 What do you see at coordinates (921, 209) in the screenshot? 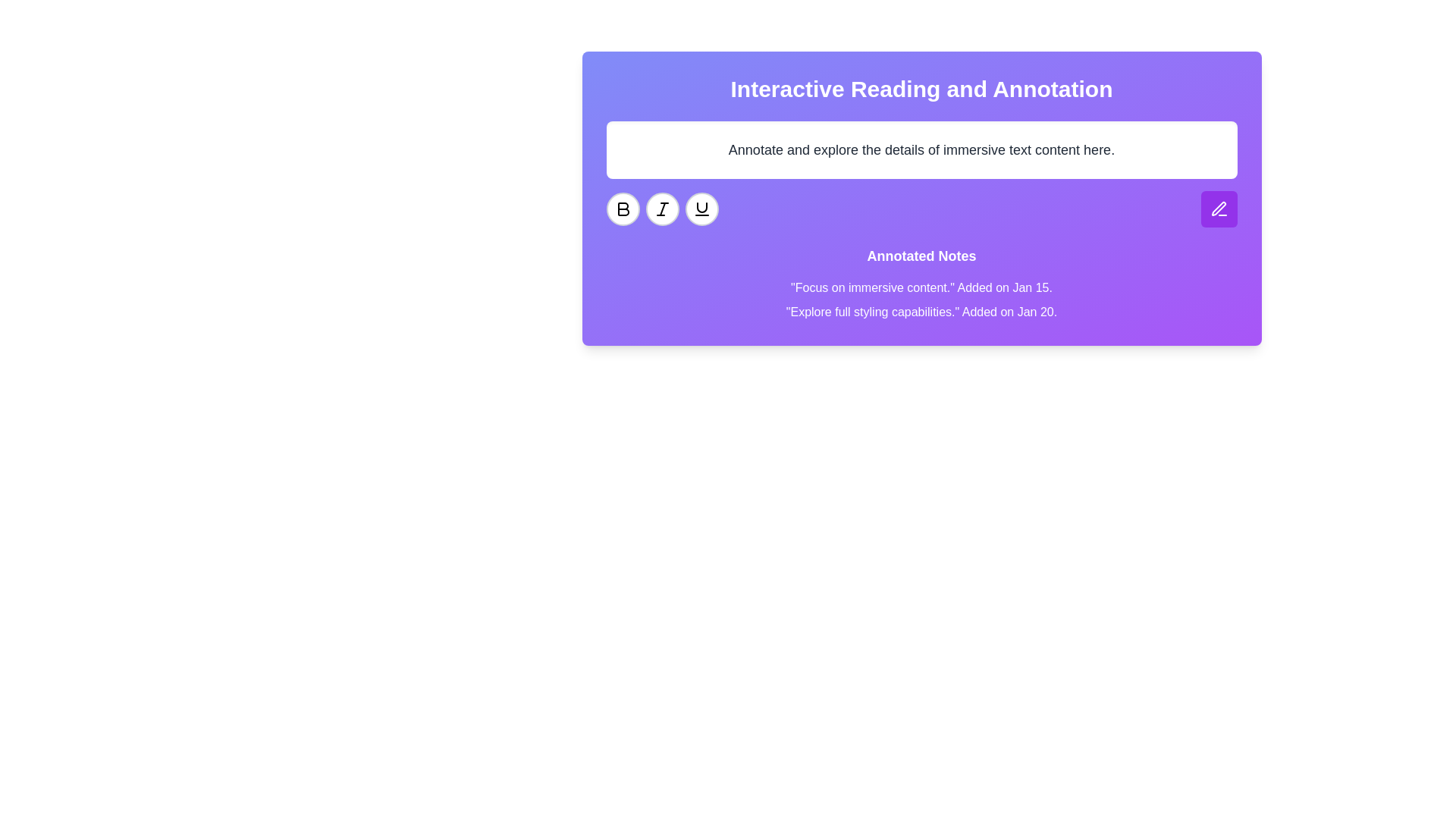
I see `the horizontal toolbar located below the text input area and above the 'Annotated Notes' section` at bounding box center [921, 209].